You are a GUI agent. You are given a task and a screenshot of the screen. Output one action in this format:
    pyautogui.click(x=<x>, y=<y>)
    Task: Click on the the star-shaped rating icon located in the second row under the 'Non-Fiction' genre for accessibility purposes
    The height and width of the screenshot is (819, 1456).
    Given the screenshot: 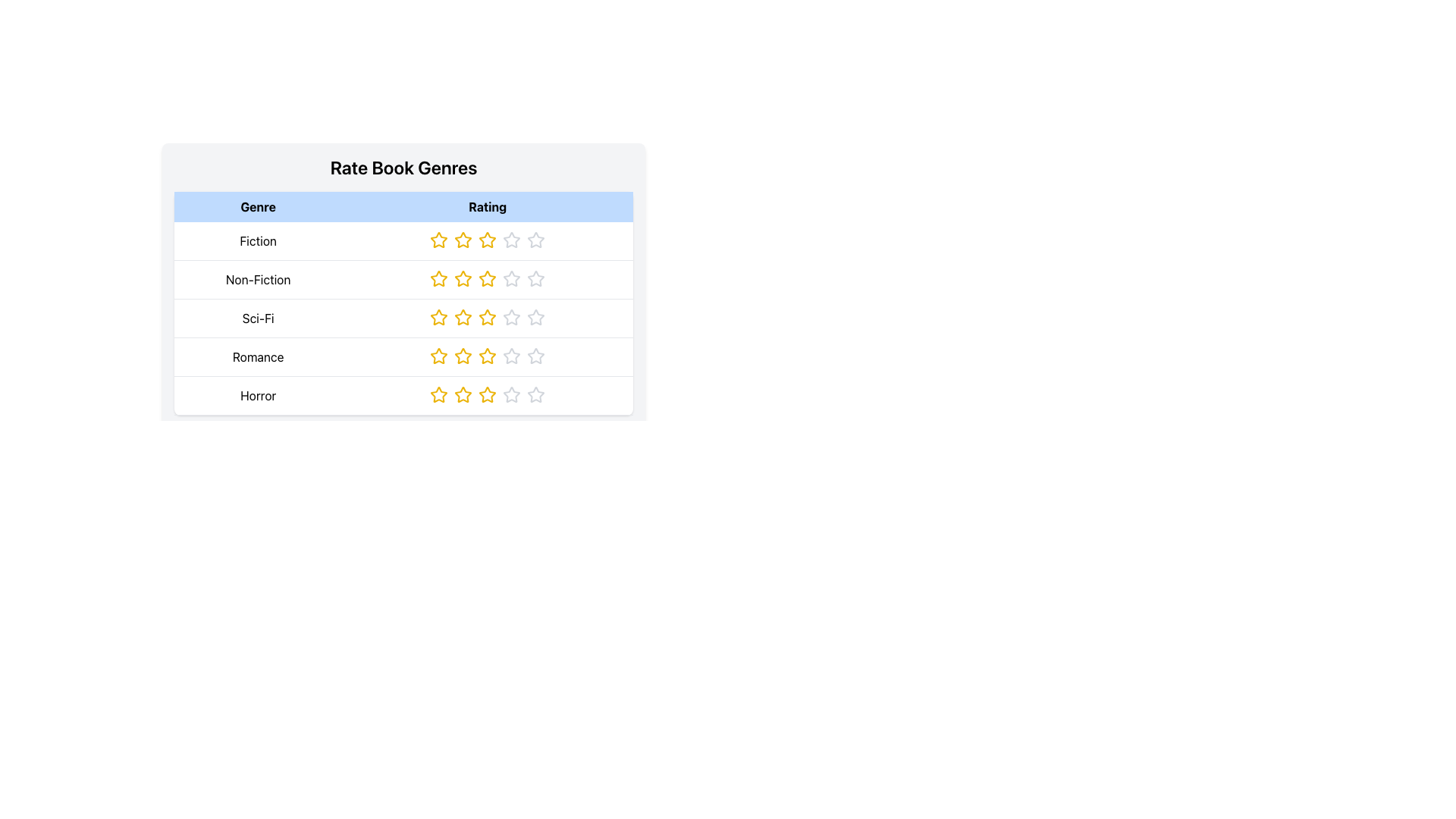 What is the action you would take?
    pyautogui.click(x=438, y=278)
    